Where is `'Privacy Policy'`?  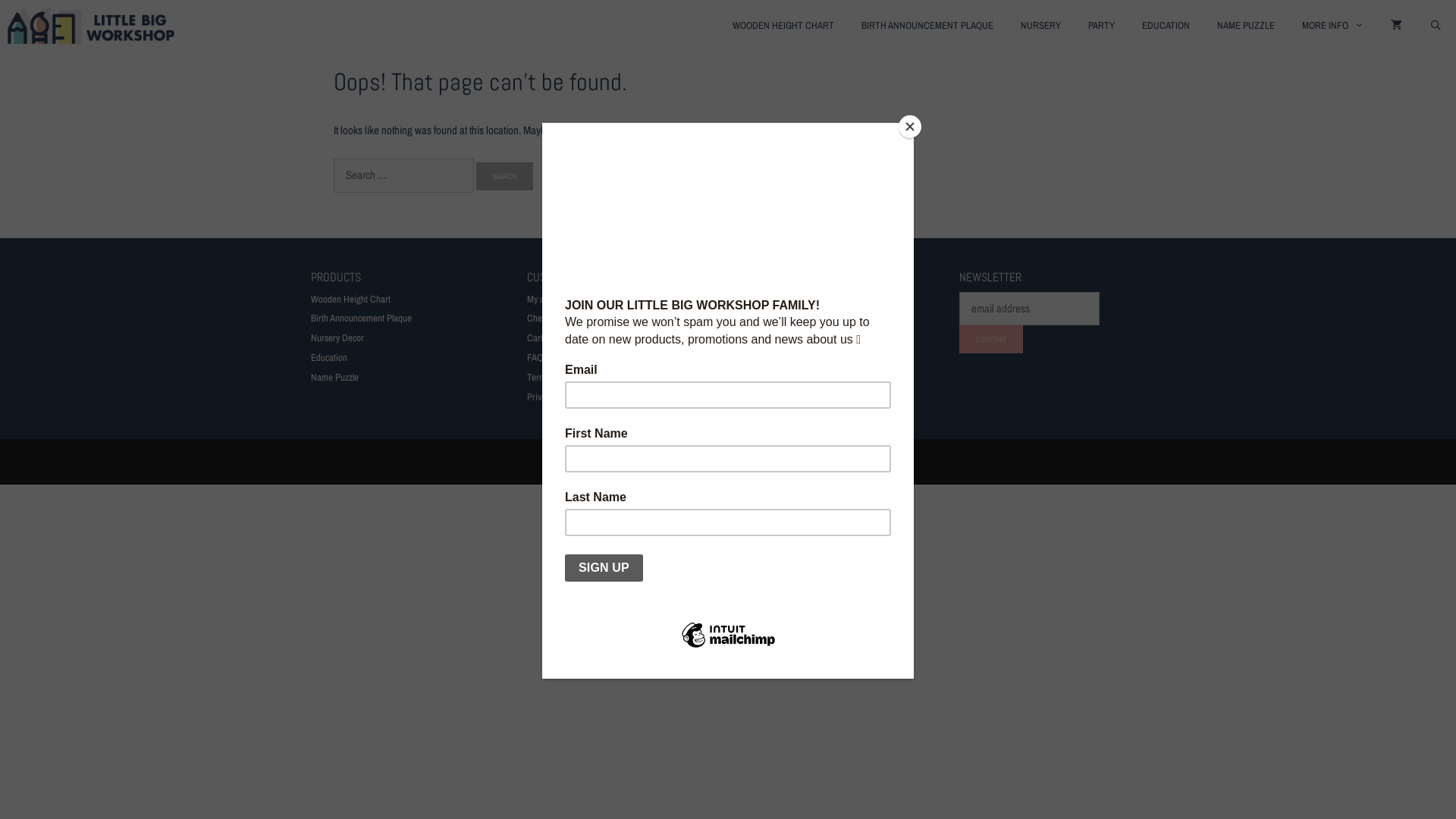
'Privacy Policy' is located at coordinates (527, 396).